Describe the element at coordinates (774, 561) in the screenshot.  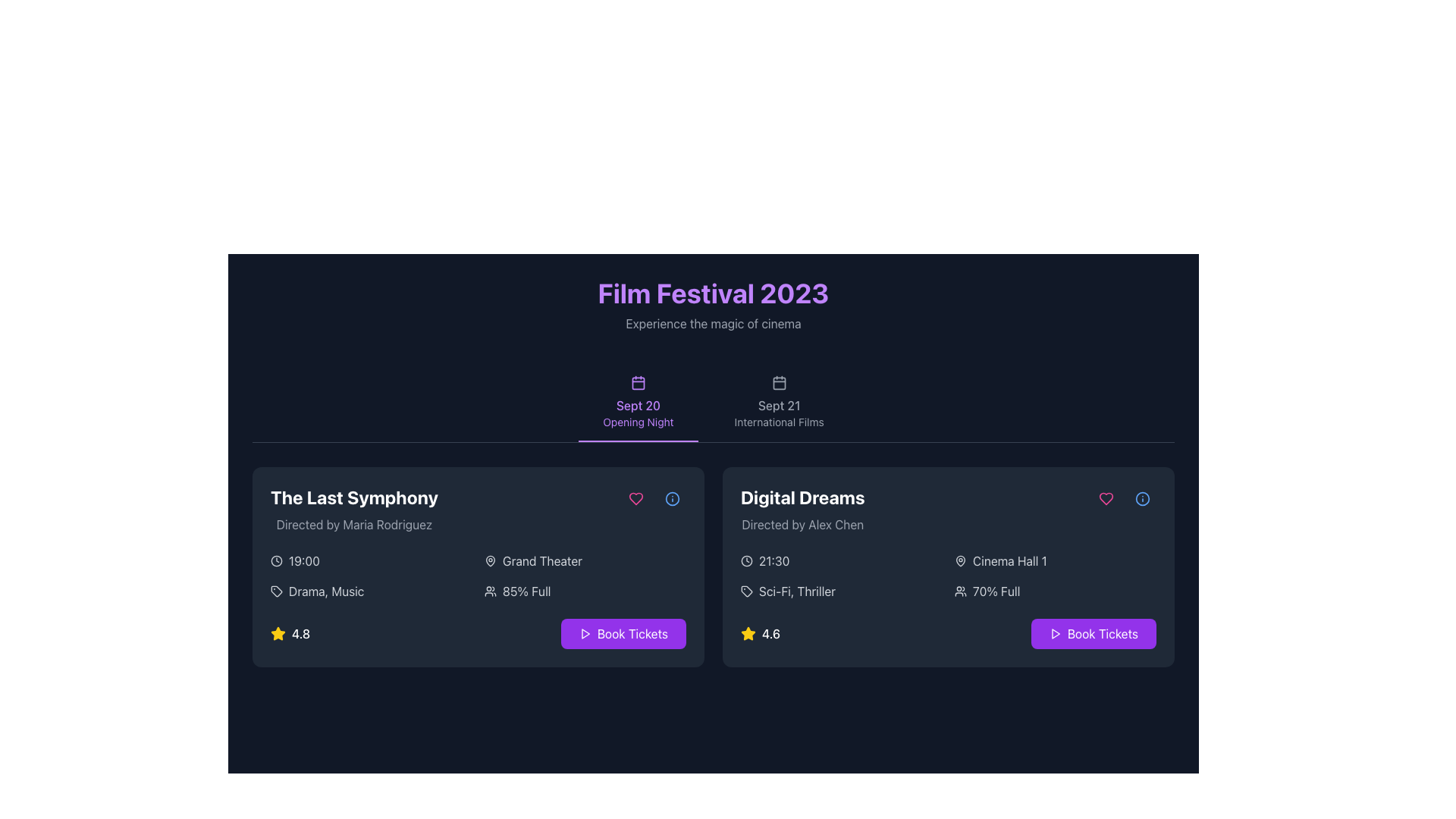
I see `time displayed as '21:30' in white font, located in the right information panel titled 'Digital Dreams', next to the clock icon` at that location.